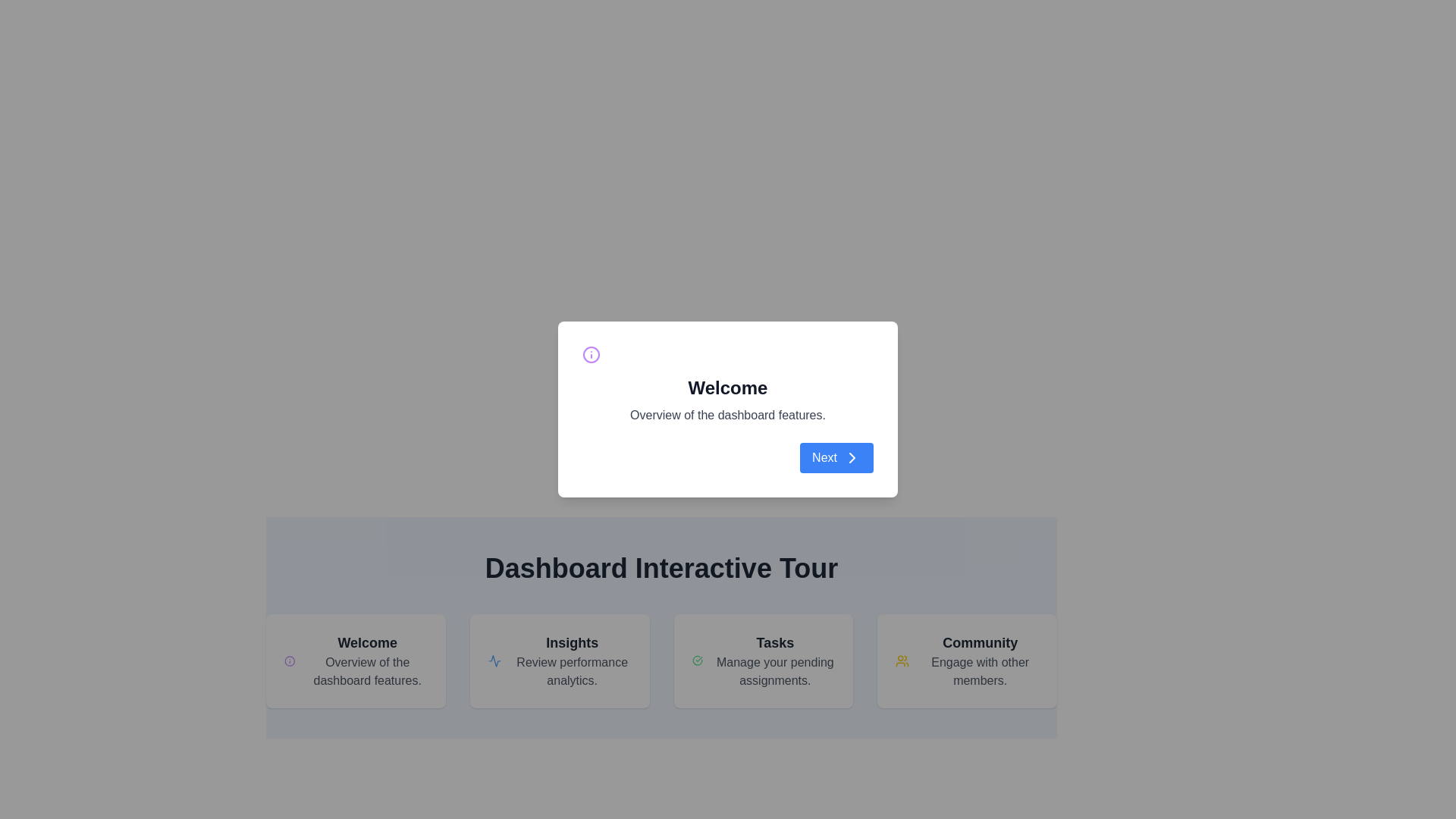  Describe the element at coordinates (852, 457) in the screenshot. I see `the right-pointing arrow icon located within the 'Next' button at the bottom-right corner of the modal window to interact with it` at that location.